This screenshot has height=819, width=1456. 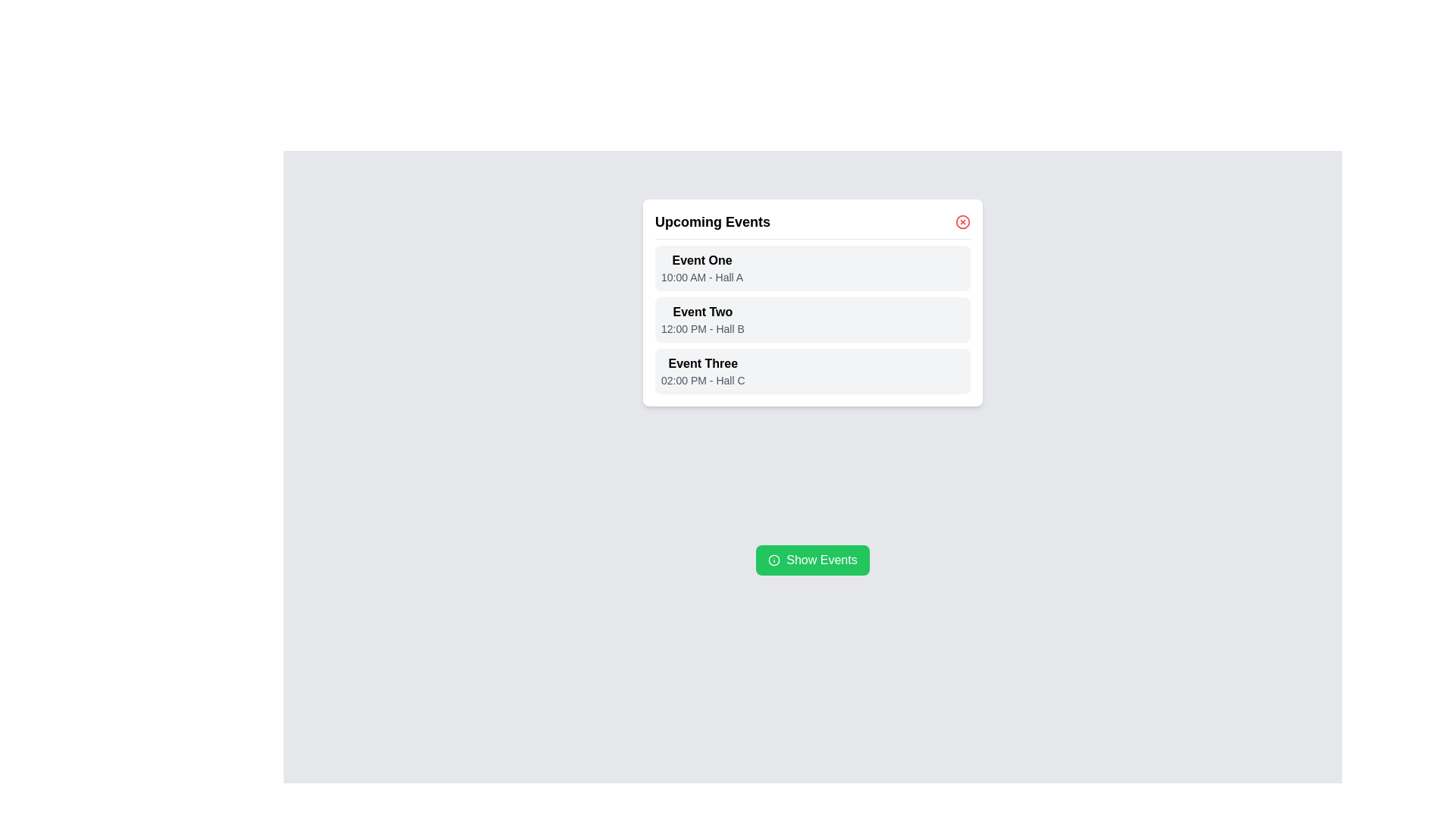 What do you see at coordinates (811, 268) in the screenshot?
I see `the first list item displaying event details titled 'Event One' in the 'Upcoming Events' section` at bounding box center [811, 268].